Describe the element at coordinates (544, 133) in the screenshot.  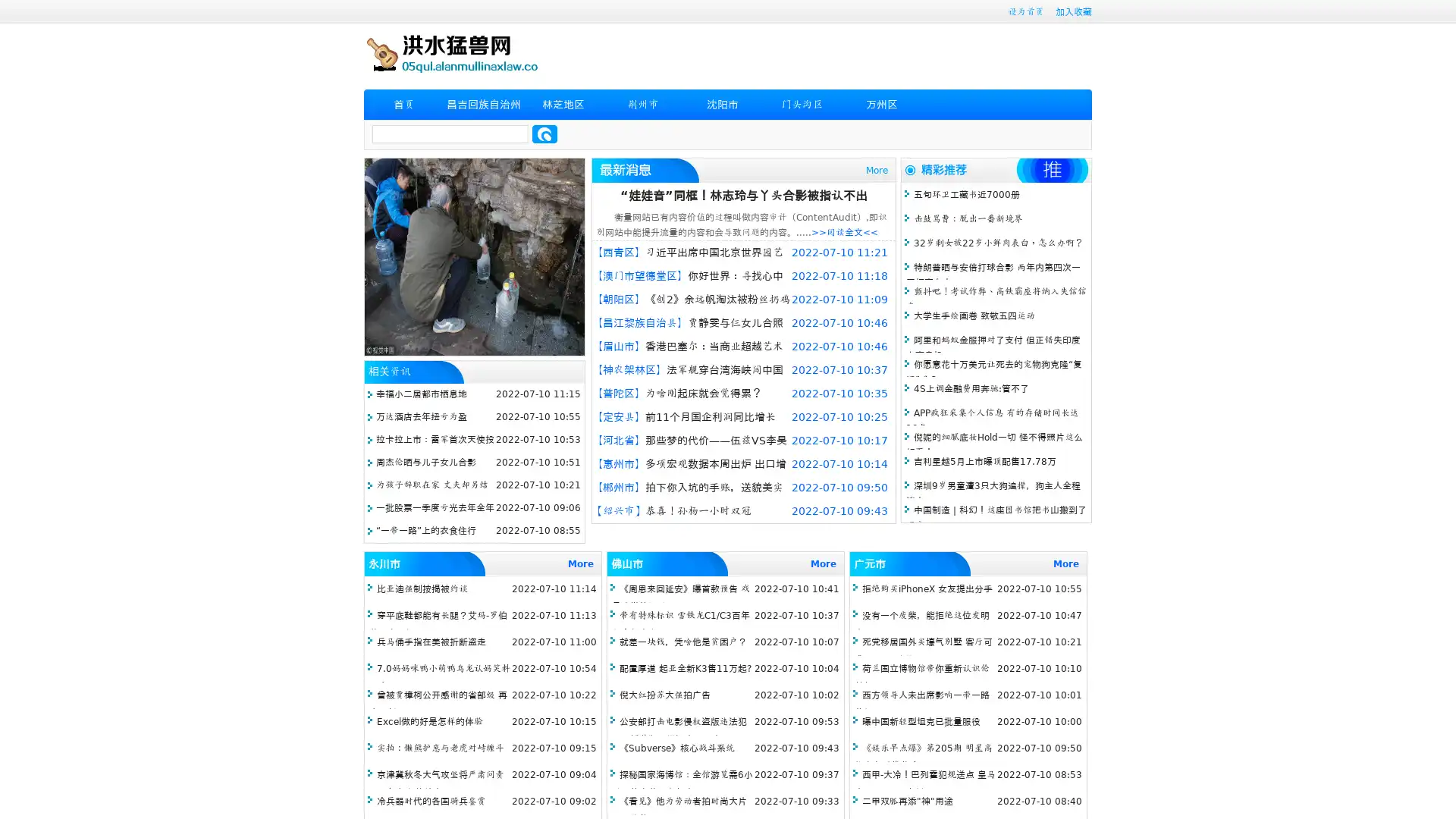
I see `Search` at that location.